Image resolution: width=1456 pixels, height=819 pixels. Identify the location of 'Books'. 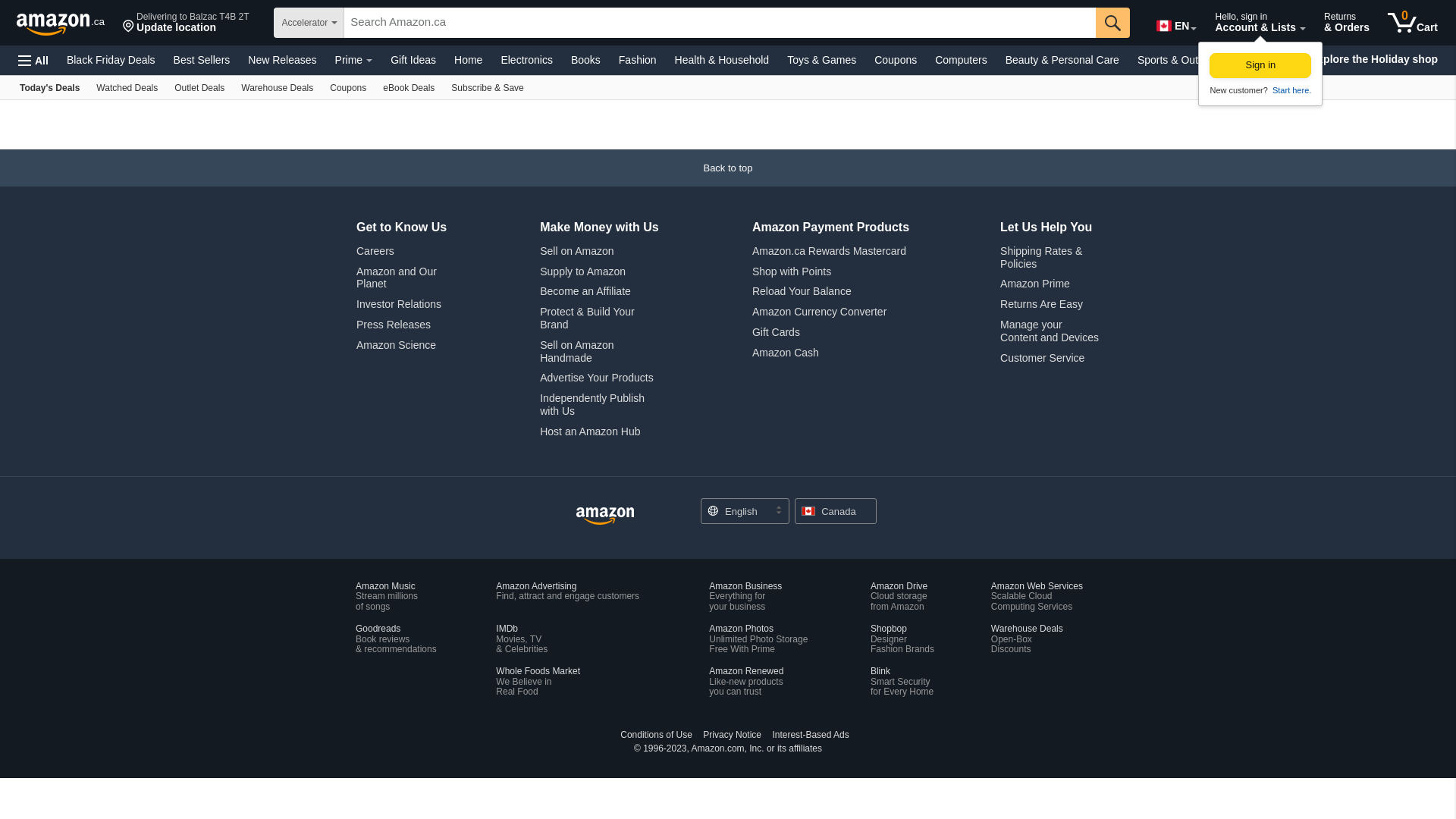
(585, 58).